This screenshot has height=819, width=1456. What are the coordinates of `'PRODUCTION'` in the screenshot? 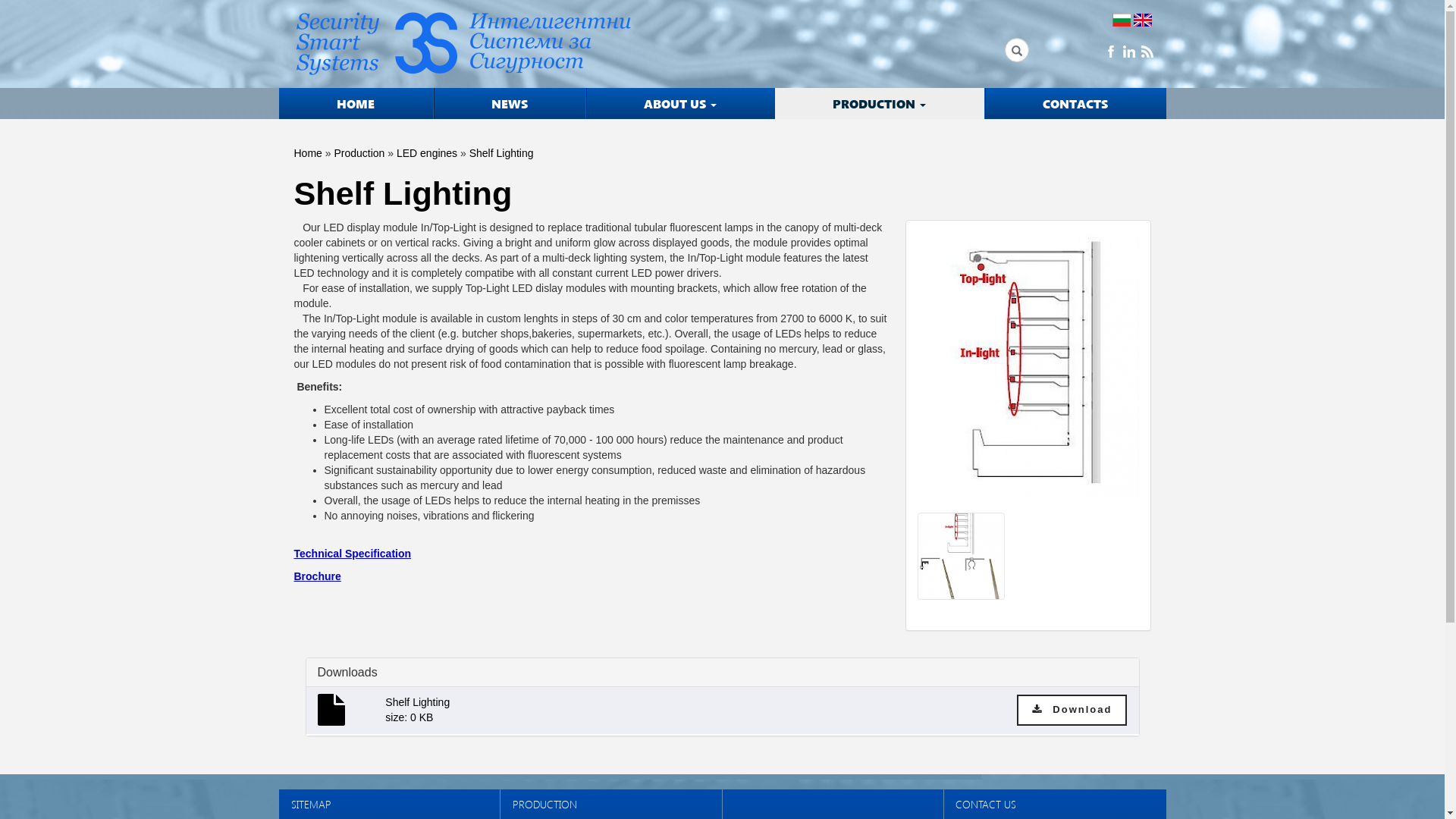 It's located at (880, 102).